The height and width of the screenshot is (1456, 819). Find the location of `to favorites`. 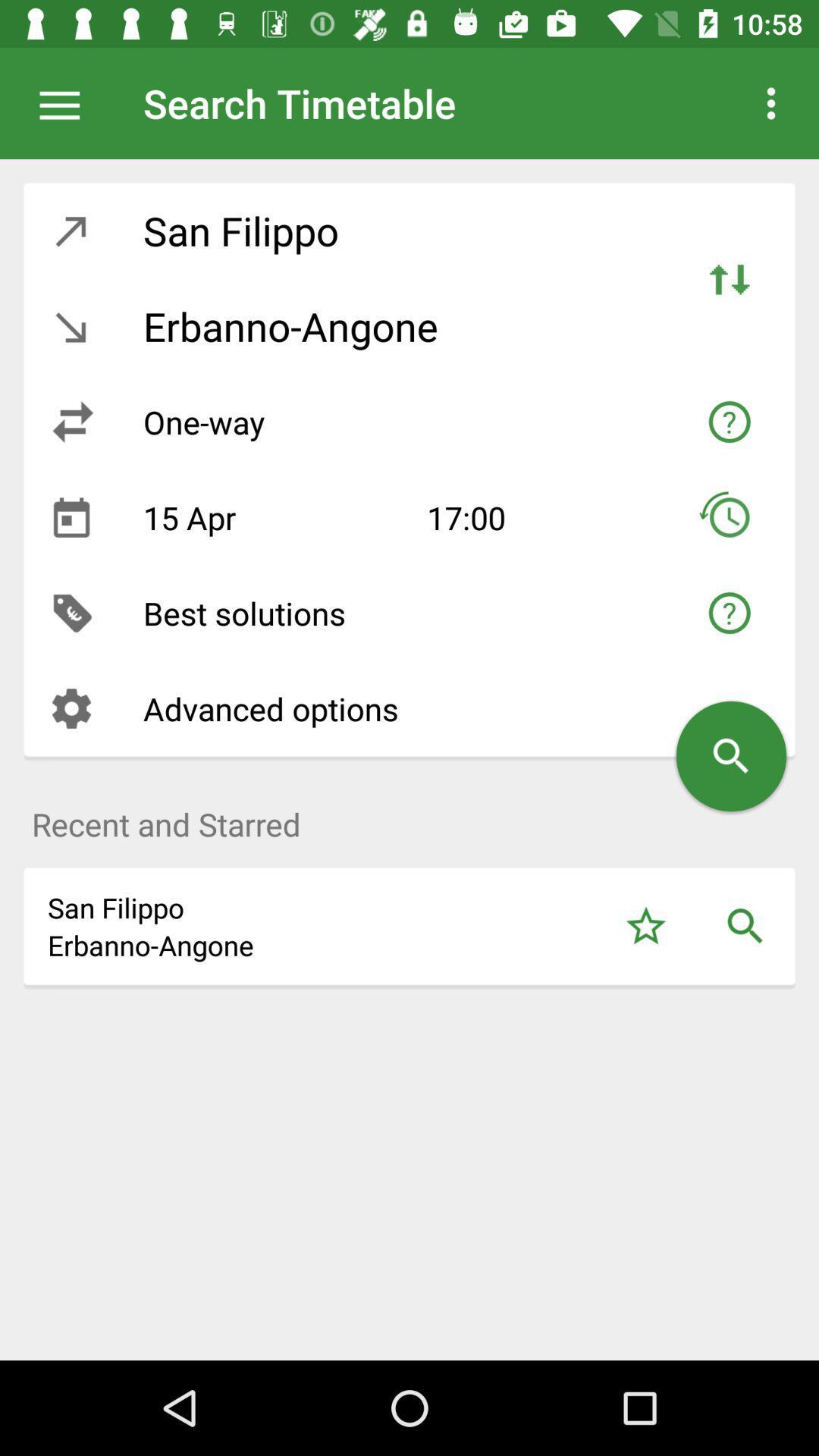

to favorites is located at coordinates (645, 925).